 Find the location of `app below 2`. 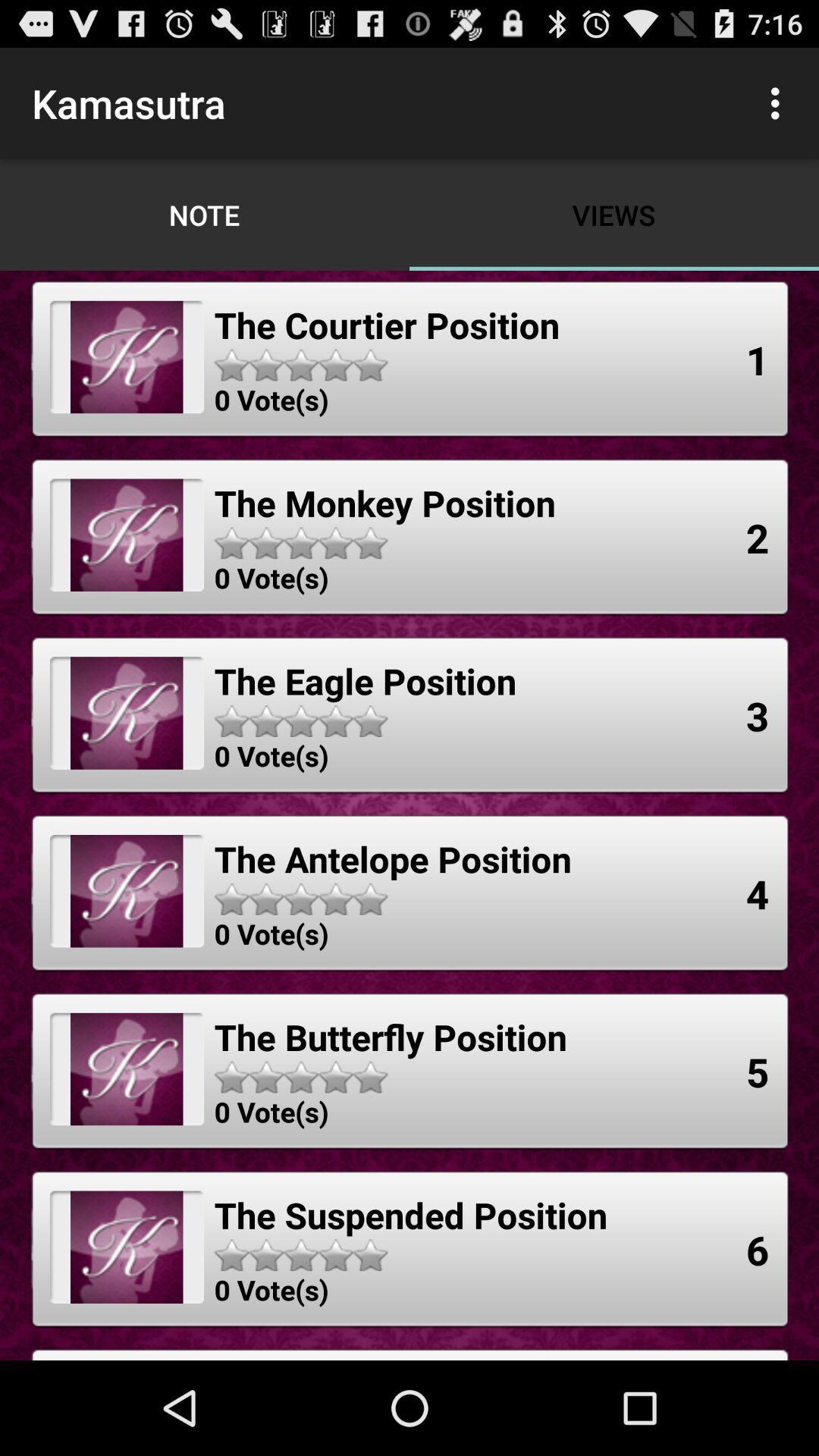

app below 2 is located at coordinates (758, 714).